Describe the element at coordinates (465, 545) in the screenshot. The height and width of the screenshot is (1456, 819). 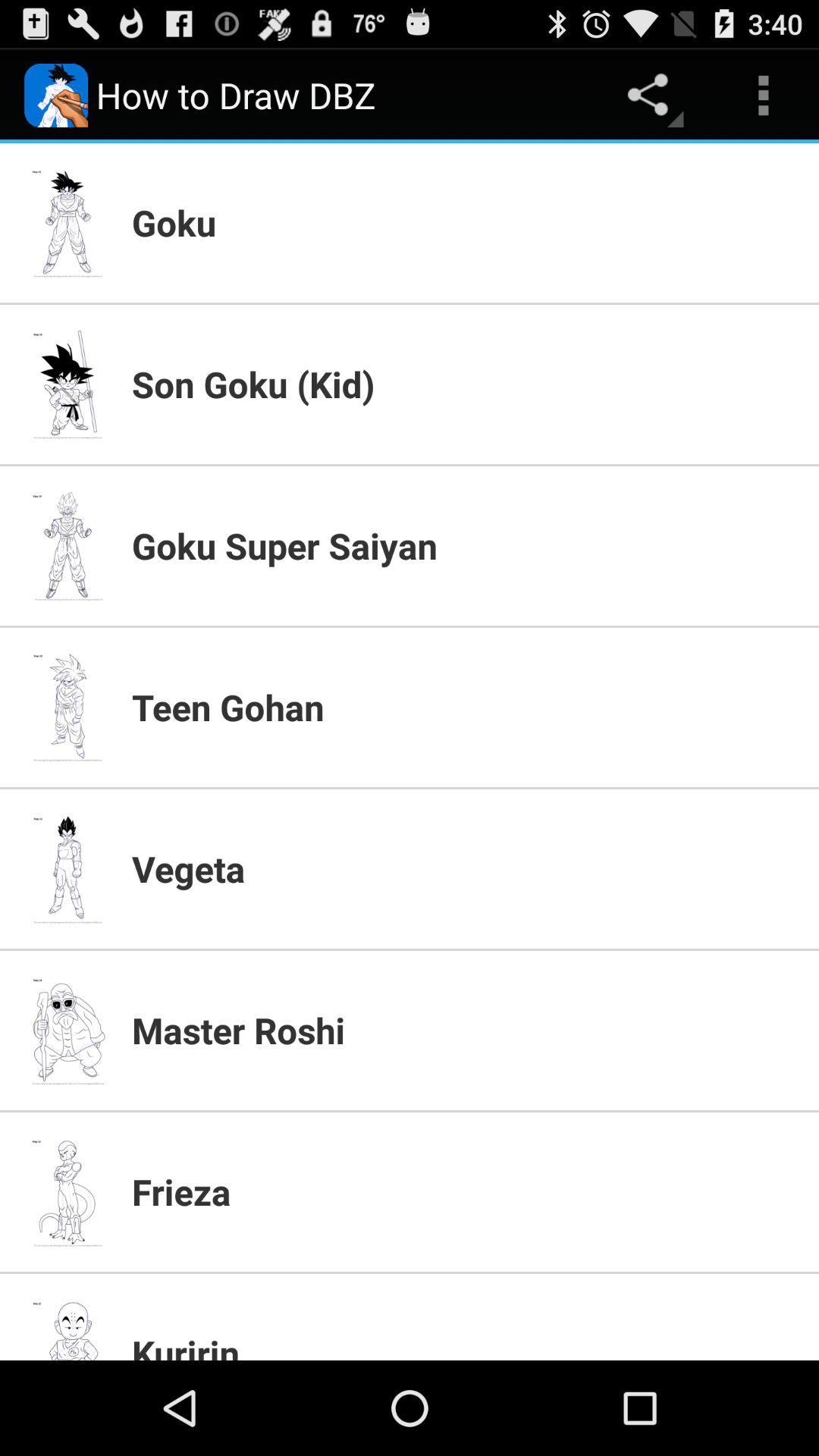
I see `the goku super saiyan` at that location.